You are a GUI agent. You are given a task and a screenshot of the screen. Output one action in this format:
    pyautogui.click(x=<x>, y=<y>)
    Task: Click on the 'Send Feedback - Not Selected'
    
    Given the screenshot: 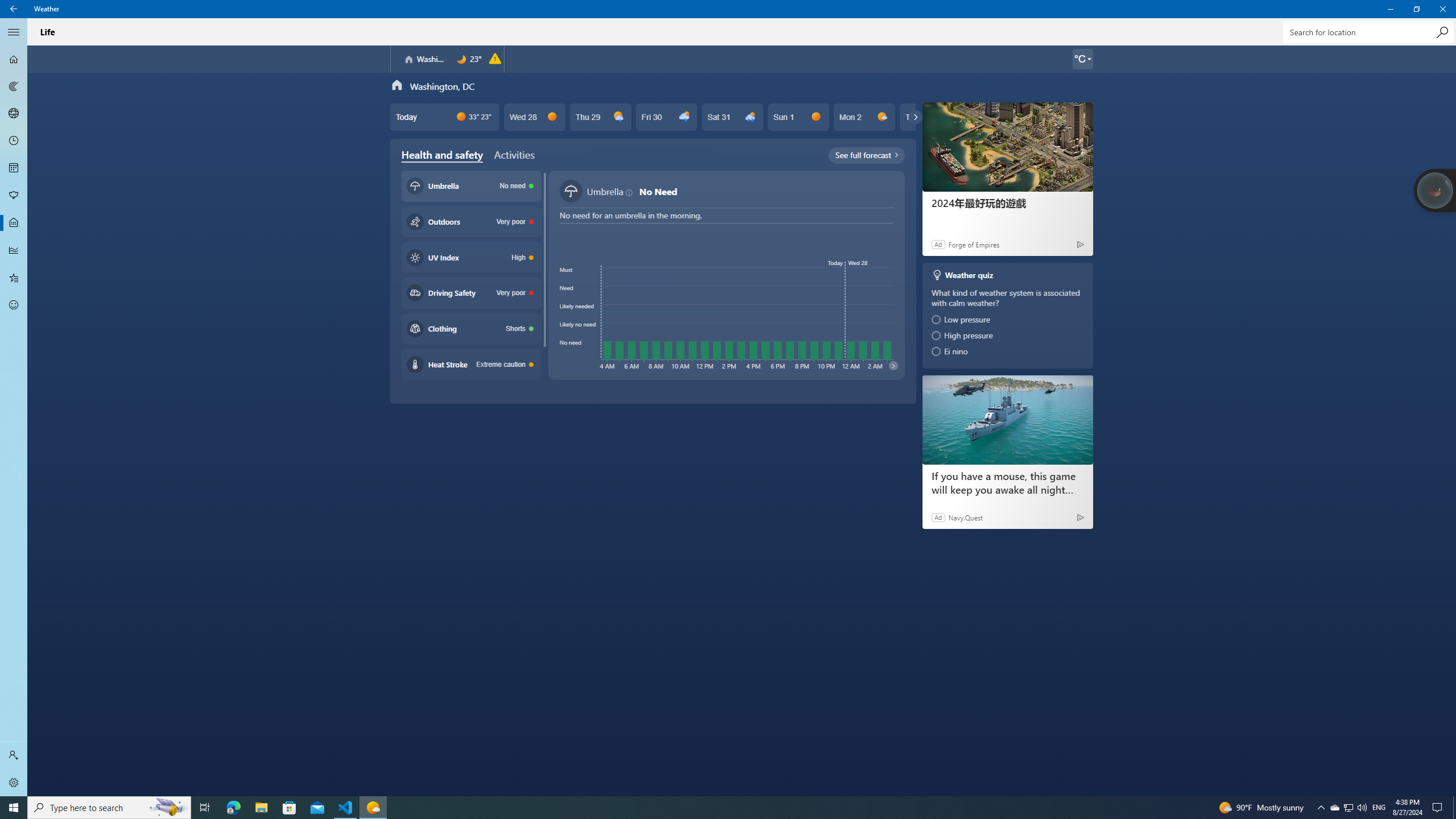 What is the action you would take?
    pyautogui.click(x=14, y=305)
    